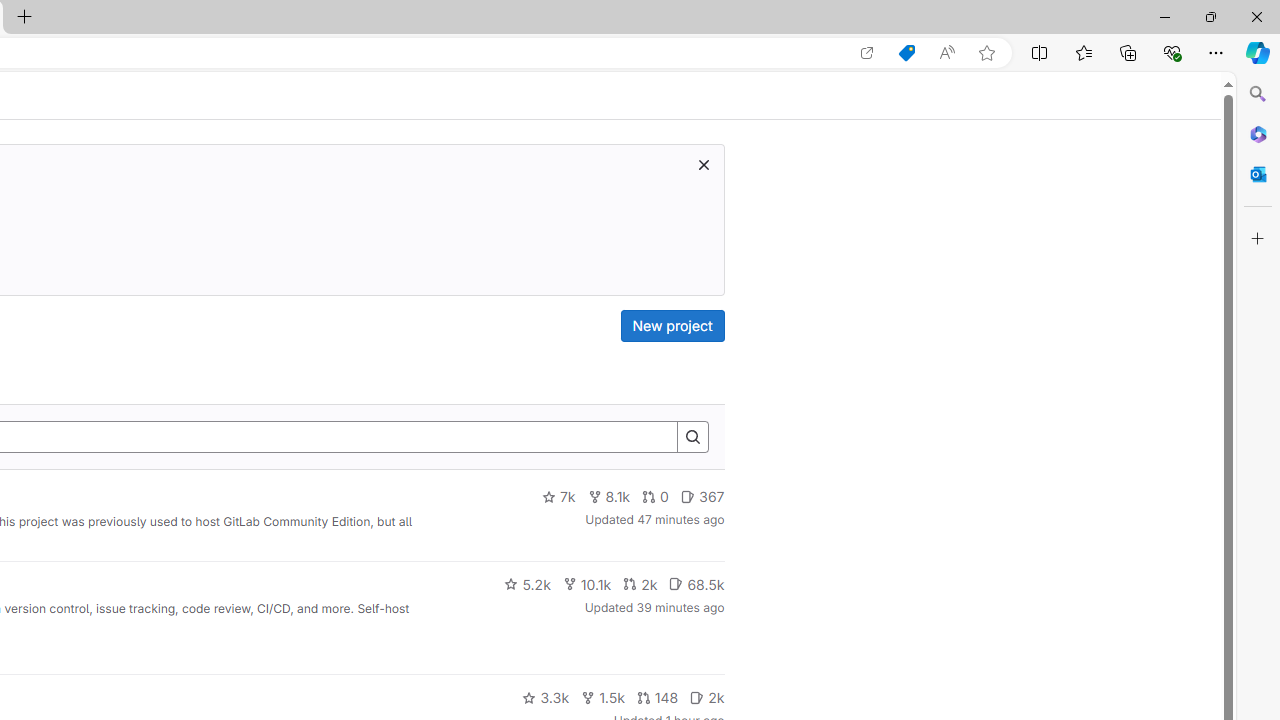 The image size is (1280, 720). Describe the element at coordinates (608, 496) in the screenshot. I see `'8.1k'` at that location.